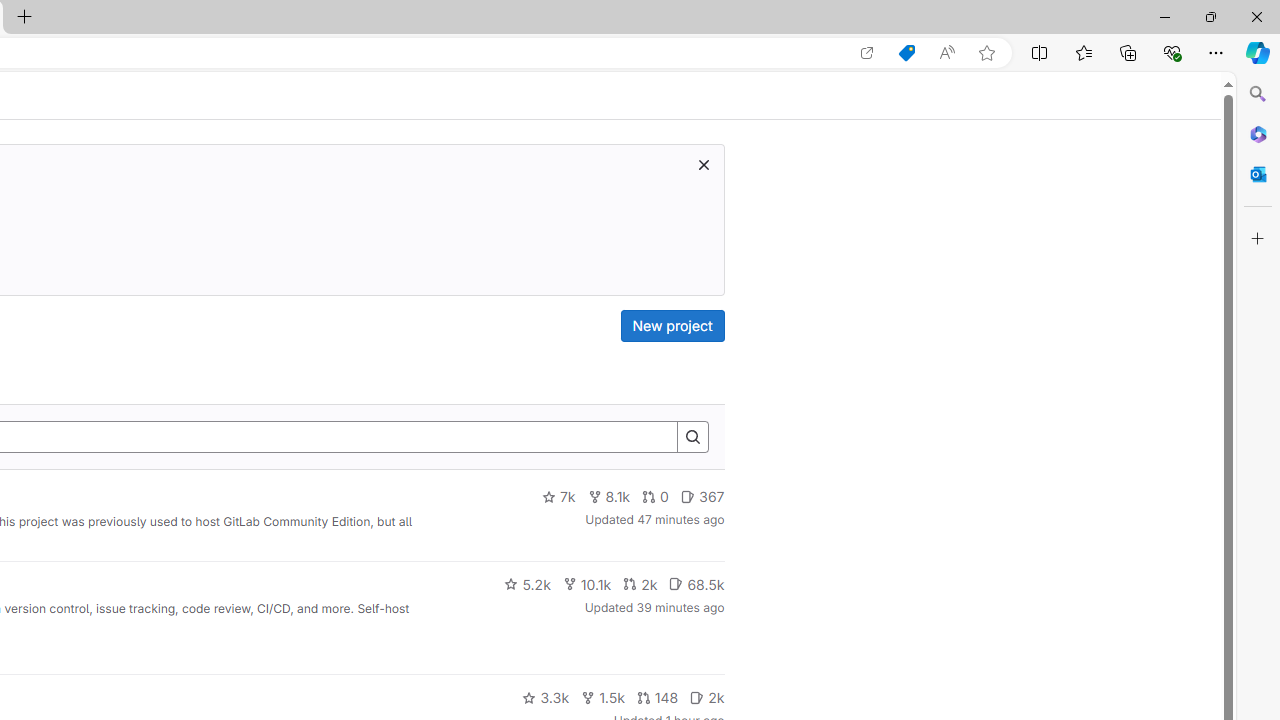 The image size is (1280, 720). Describe the element at coordinates (608, 496) in the screenshot. I see `'8.1k'` at that location.